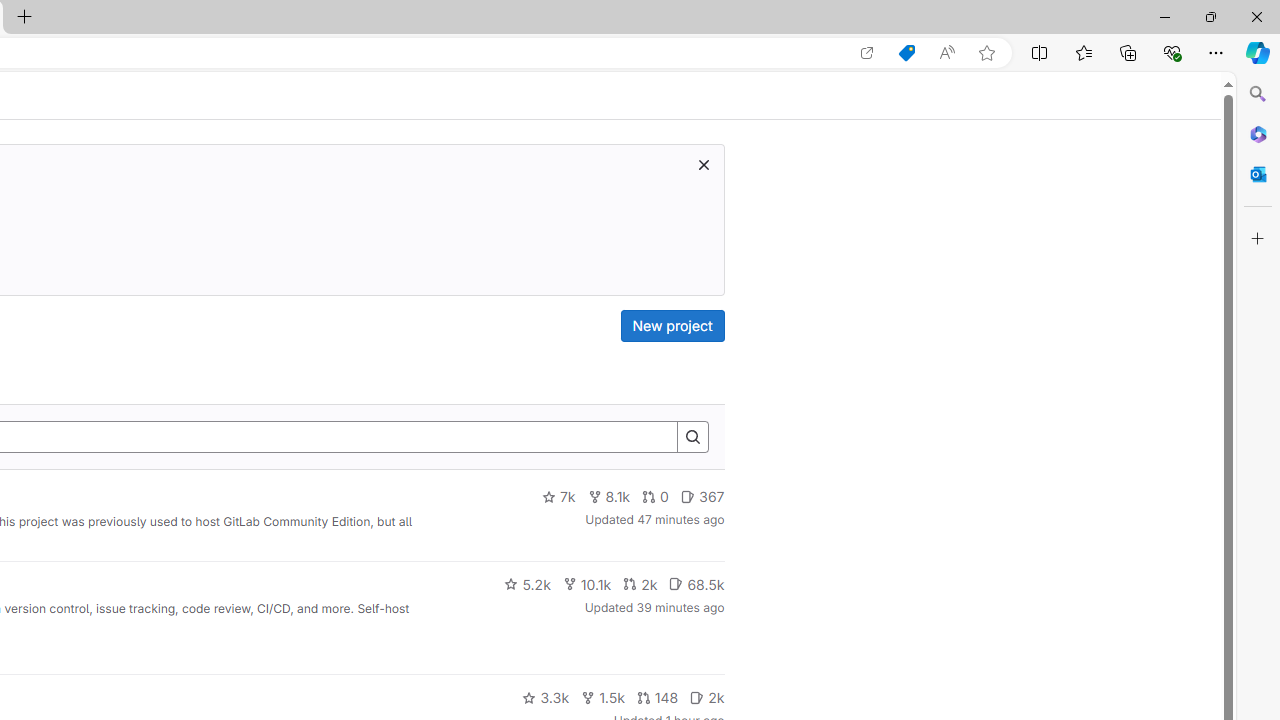 The image size is (1280, 720). Describe the element at coordinates (608, 496) in the screenshot. I see `'8.1k'` at that location.